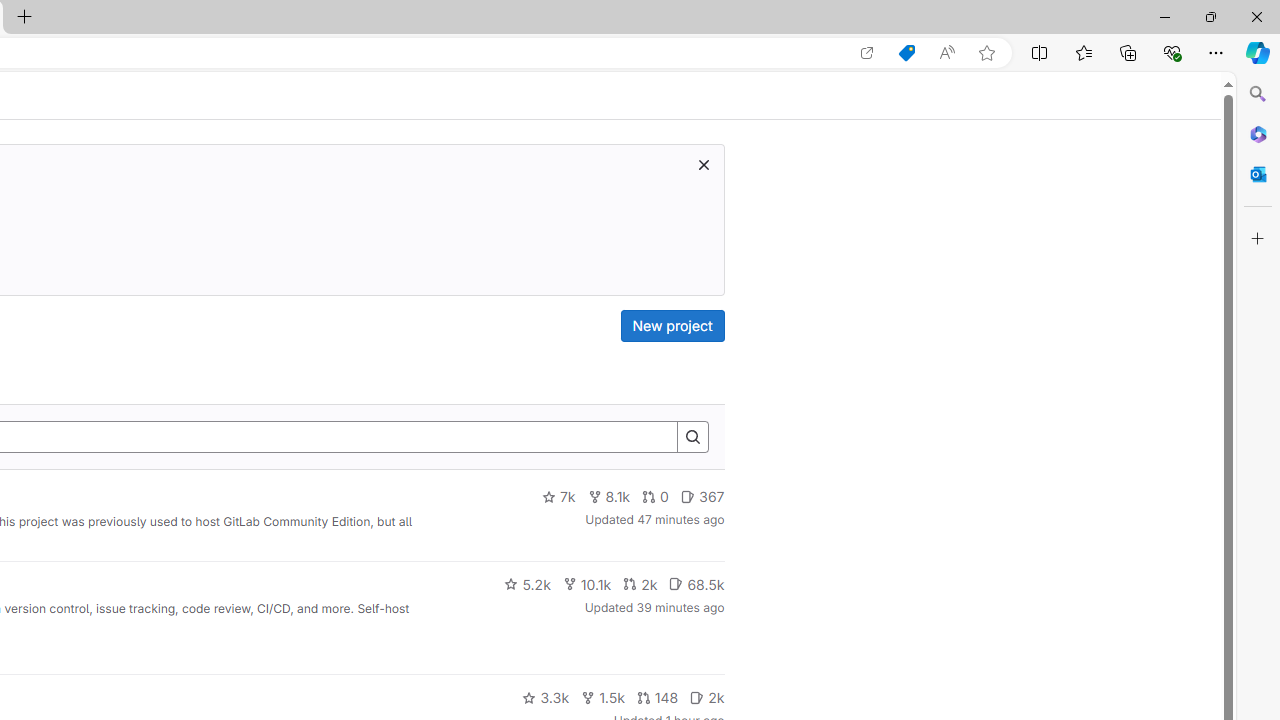 The image size is (1280, 720). Describe the element at coordinates (608, 496) in the screenshot. I see `'8.1k'` at that location.